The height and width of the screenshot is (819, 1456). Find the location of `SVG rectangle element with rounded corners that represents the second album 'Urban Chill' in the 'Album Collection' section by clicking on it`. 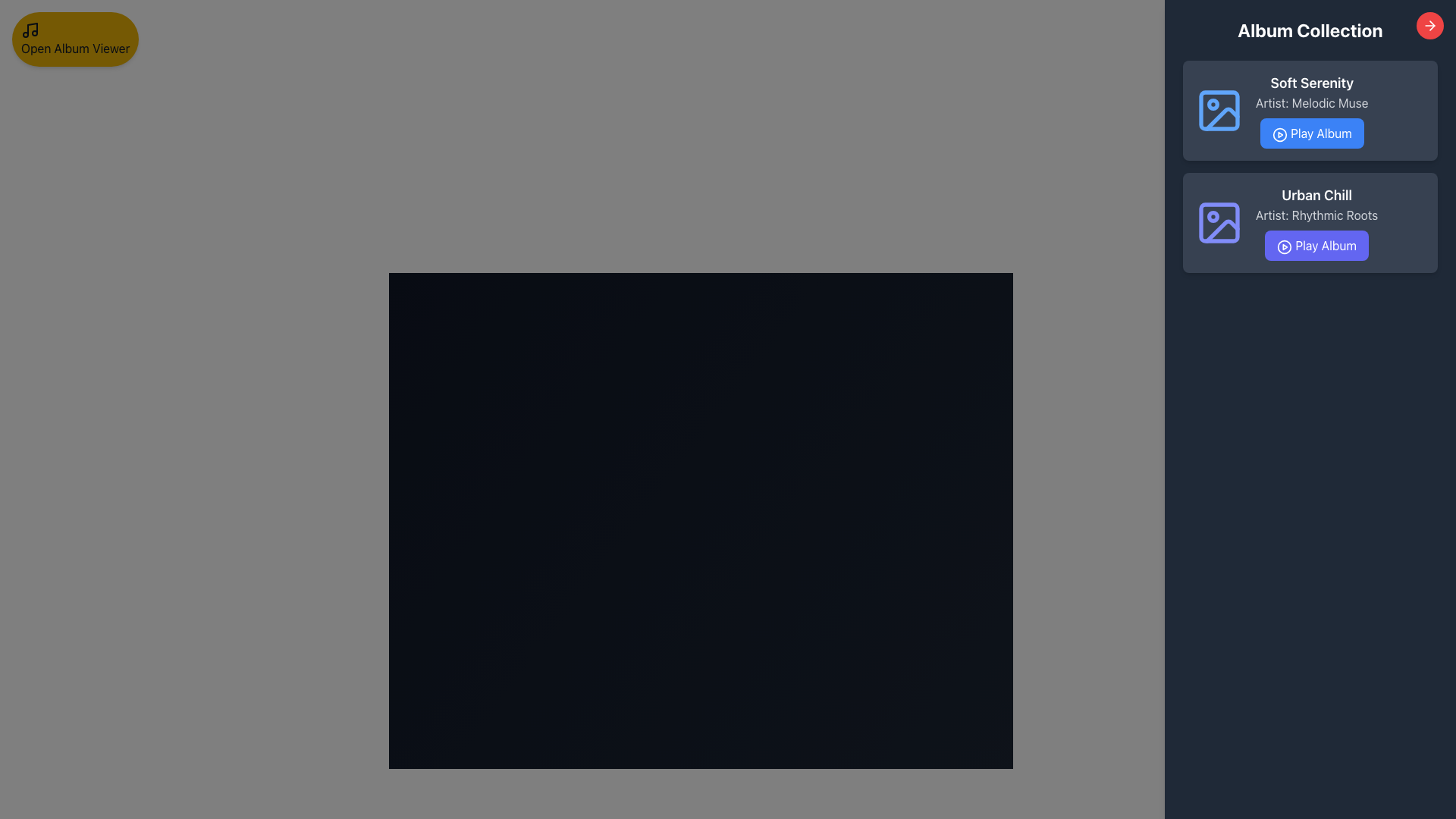

SVG rectangle element with rounded corners that represents the second album 'Urban Chill' in the 'Album Collection' section by clicking on it is located at coordinates (1219, 222).